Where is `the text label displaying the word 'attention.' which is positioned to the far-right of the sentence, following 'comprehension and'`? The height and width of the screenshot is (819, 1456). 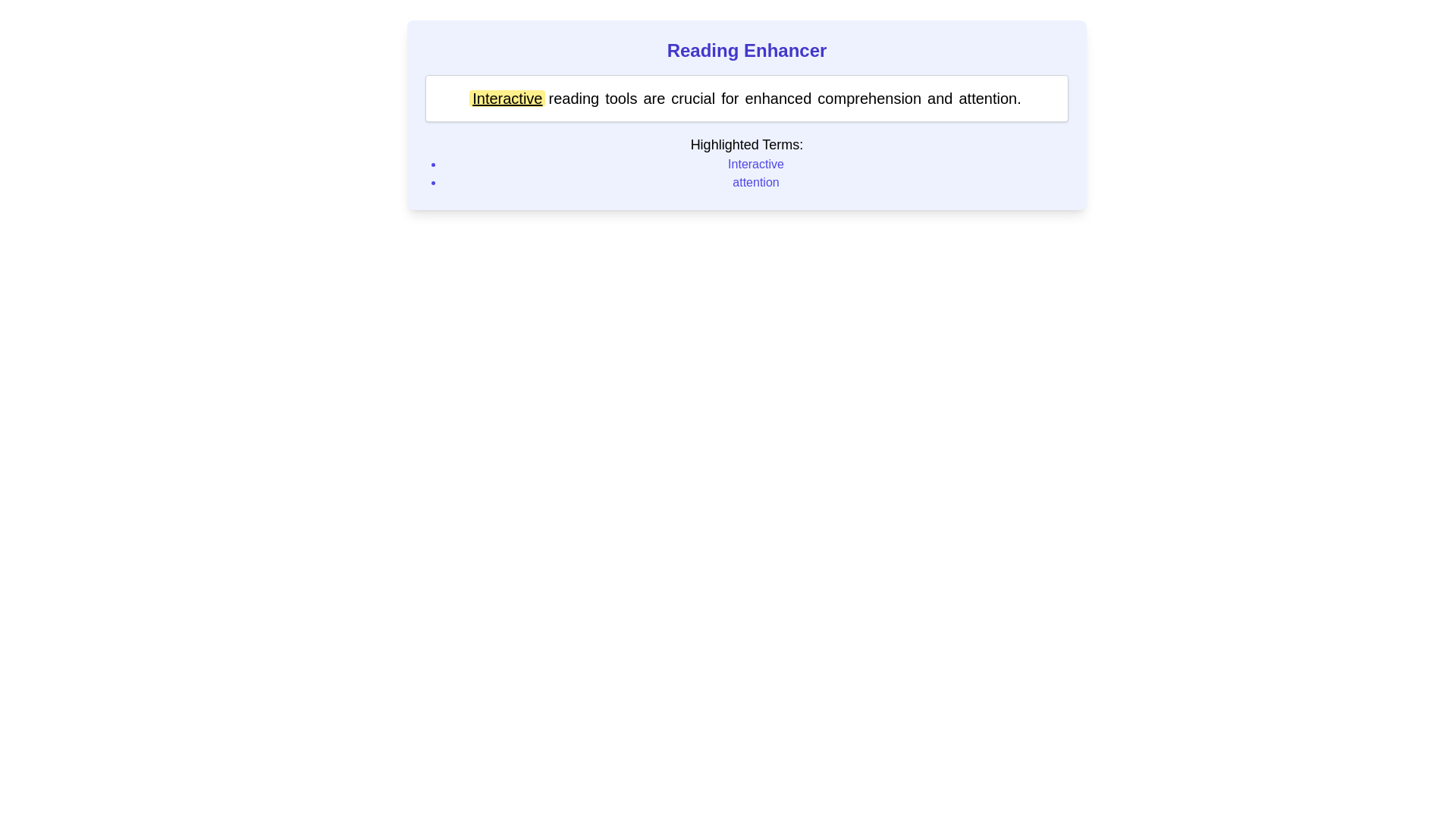
the text label displaying the word 'attention.' which is positioned to the far-right of the sentence, following 'comprehension and' is located at coordinates (990, 99).